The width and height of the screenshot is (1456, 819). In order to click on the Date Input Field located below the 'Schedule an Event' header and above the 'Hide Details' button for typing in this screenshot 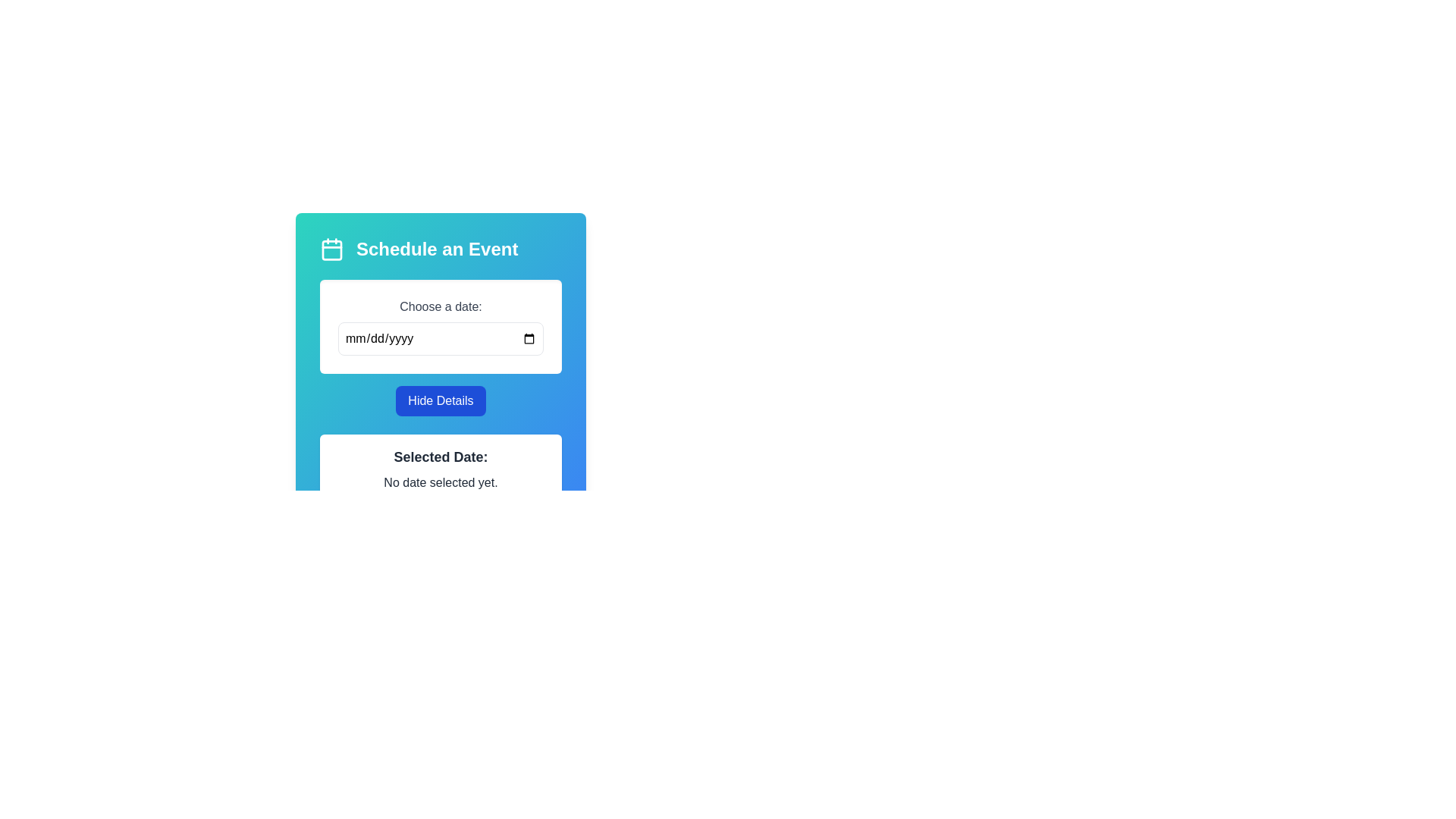, I will do `click(440, 326)`.